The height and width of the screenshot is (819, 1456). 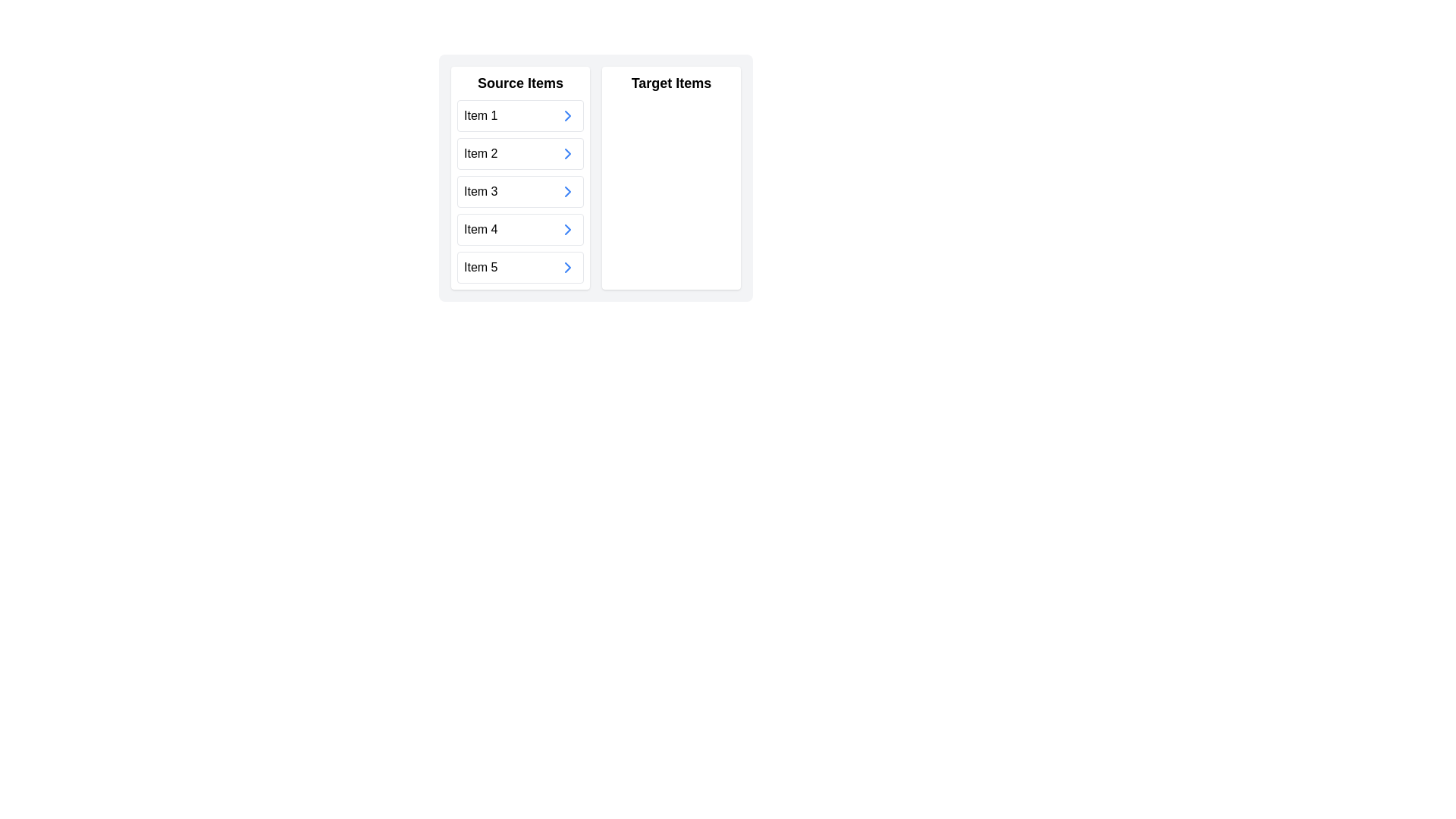 What do you see at coordinates (520, 191) in the screenshot?
I see `the third selectable list item labeled 'Item 3'` at bounding box center [520, 191].